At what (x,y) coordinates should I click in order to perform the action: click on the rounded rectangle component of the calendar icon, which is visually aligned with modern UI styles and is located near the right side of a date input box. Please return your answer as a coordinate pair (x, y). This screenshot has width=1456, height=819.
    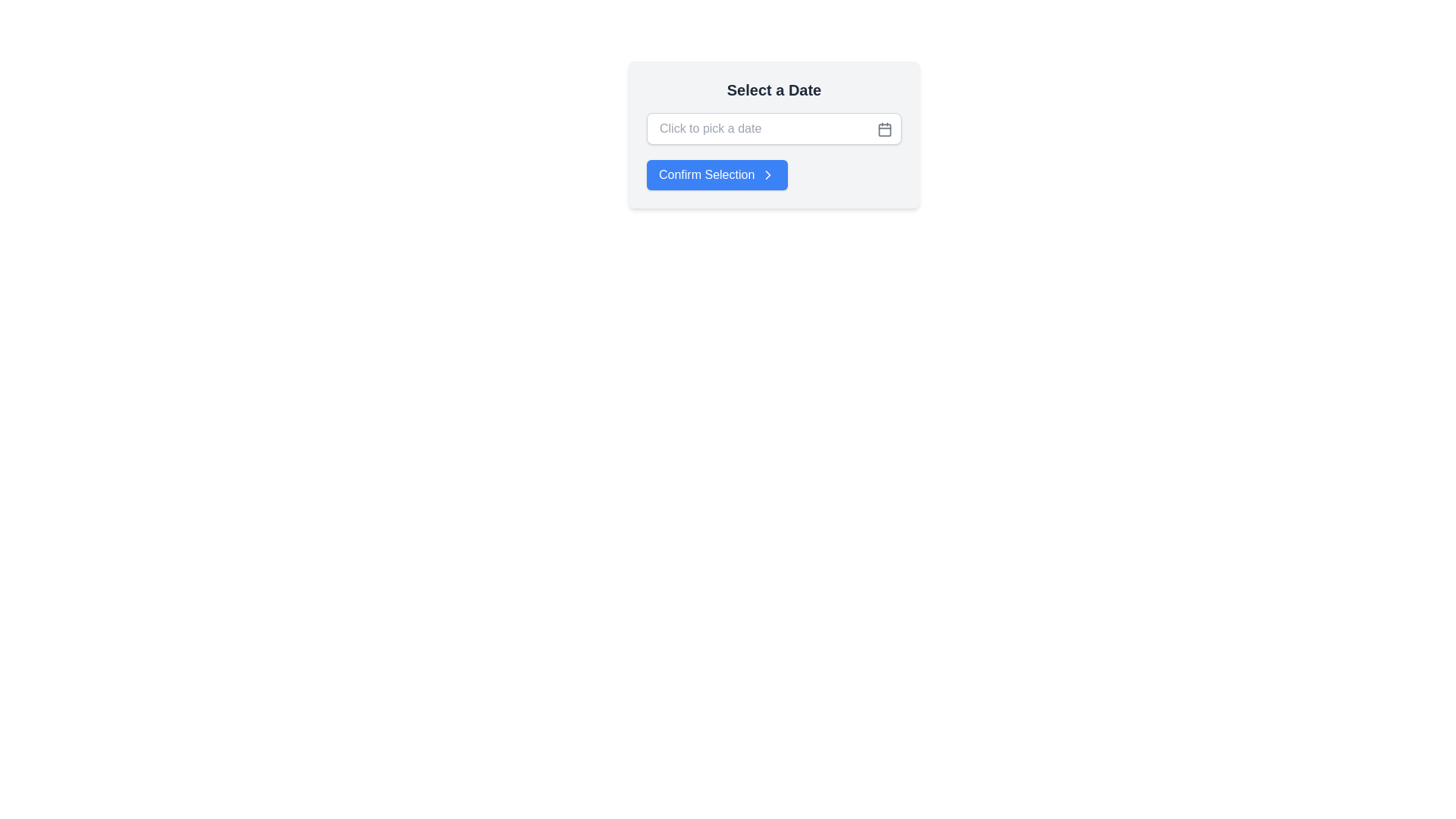
    Looking at the image, I should click on (884, 128).